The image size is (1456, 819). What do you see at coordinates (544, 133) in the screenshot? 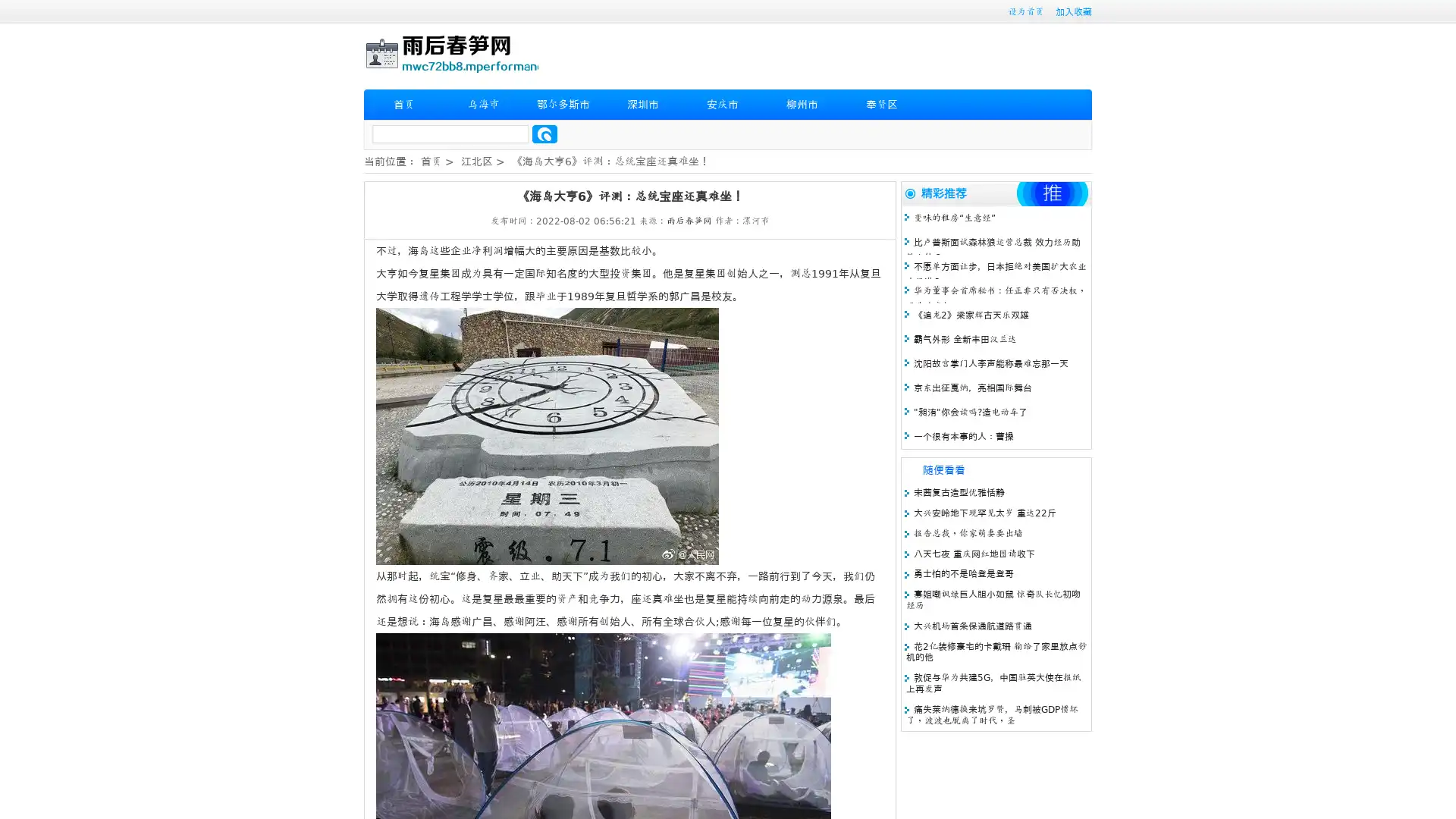
I see `Search` at bounding box center [544, 133].